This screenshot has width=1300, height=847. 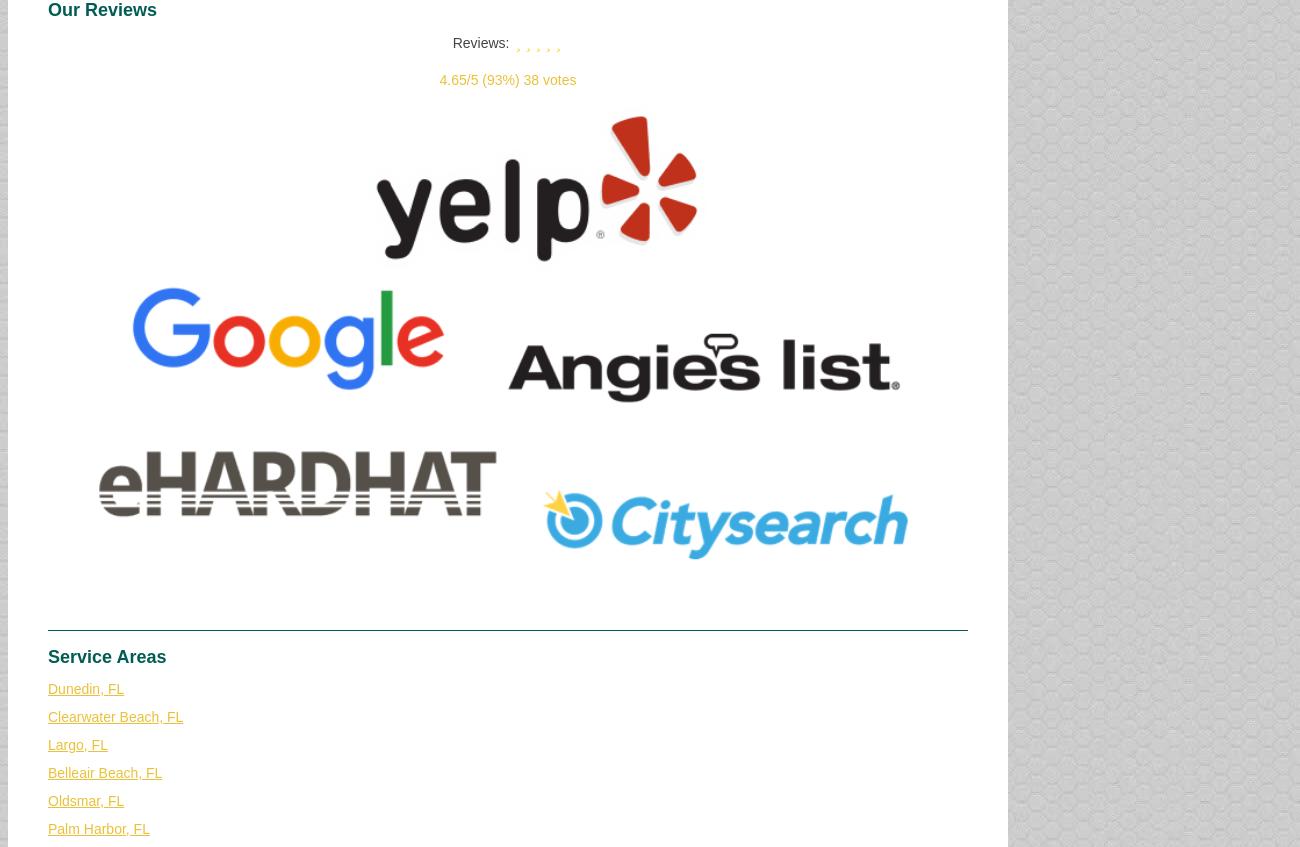 What do you see at coordinates (105, 771) in the screenshot?
I see `'Belleair Beach, FL'` at bounding box center [105, 771].